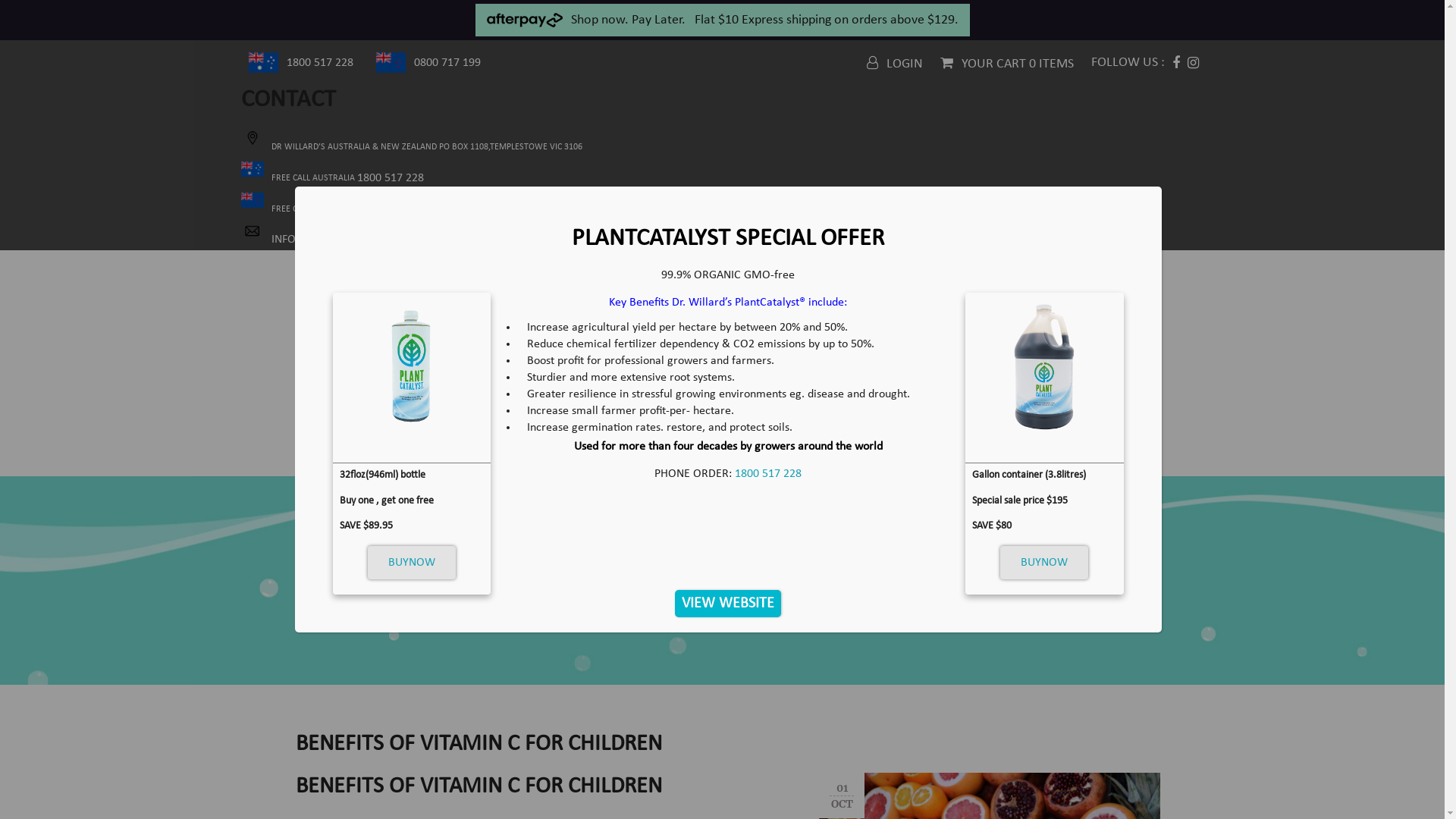  Describe the element at coordinates (728, 602) in the screenshot. I see `'VIEW WEBSITE'` at that location.